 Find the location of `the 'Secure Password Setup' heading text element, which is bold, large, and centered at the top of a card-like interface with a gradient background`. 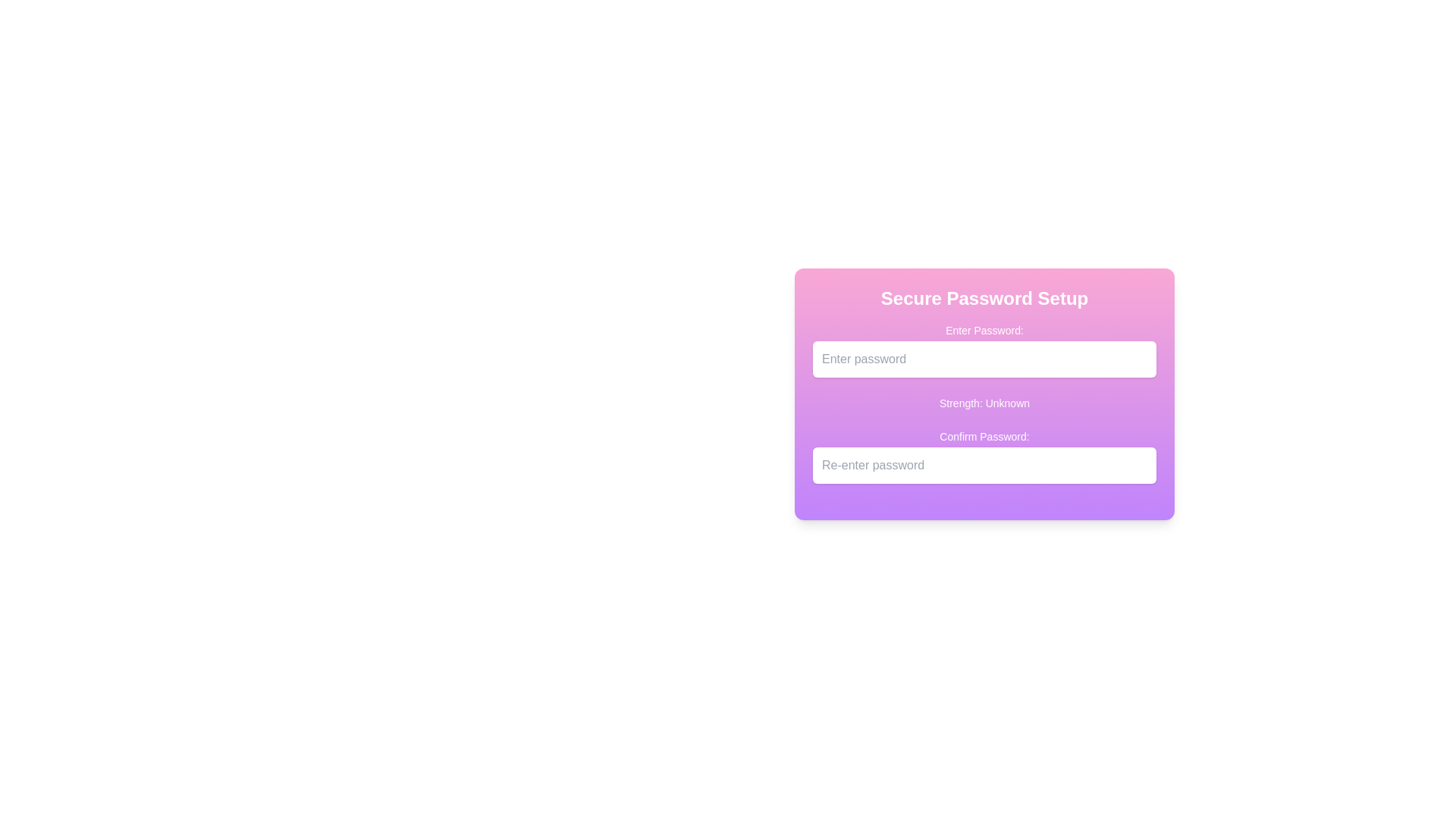

the 'Secure Password Setup' heading text element, which is bold, large, and centered at the top of a card-like interface with a gradient background is located at coordinates (984, 298).